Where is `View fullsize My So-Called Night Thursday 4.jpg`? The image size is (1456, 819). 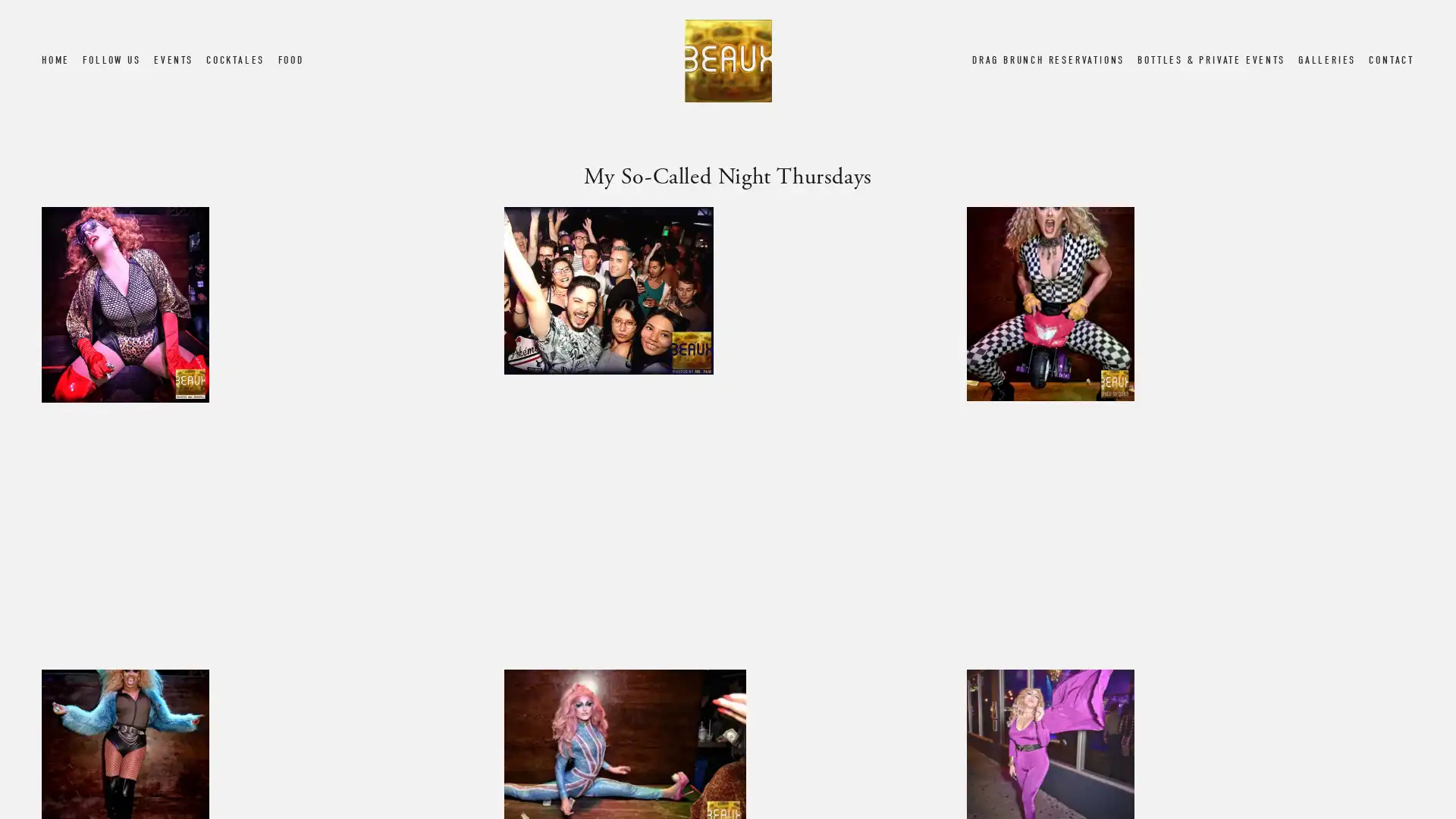
View fullsize My So-Called Night Thursday 4.jpg is located at coordinates (726, 430).